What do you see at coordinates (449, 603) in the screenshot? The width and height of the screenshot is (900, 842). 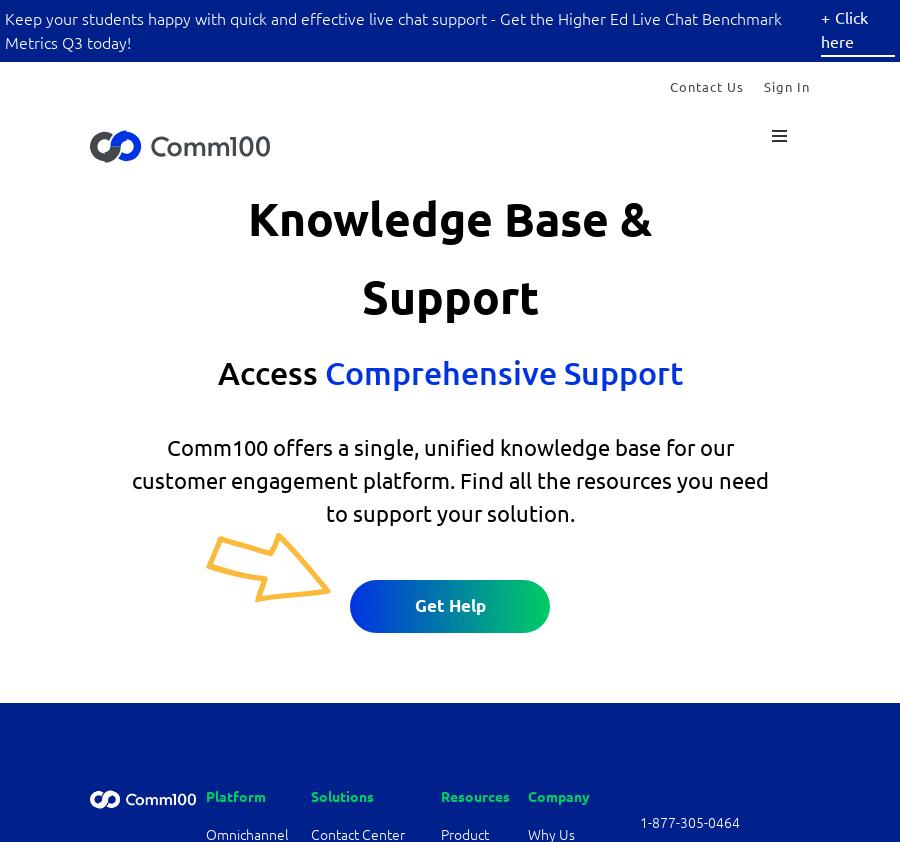 I see `'Get Help'` at bounding box center [449, 603].